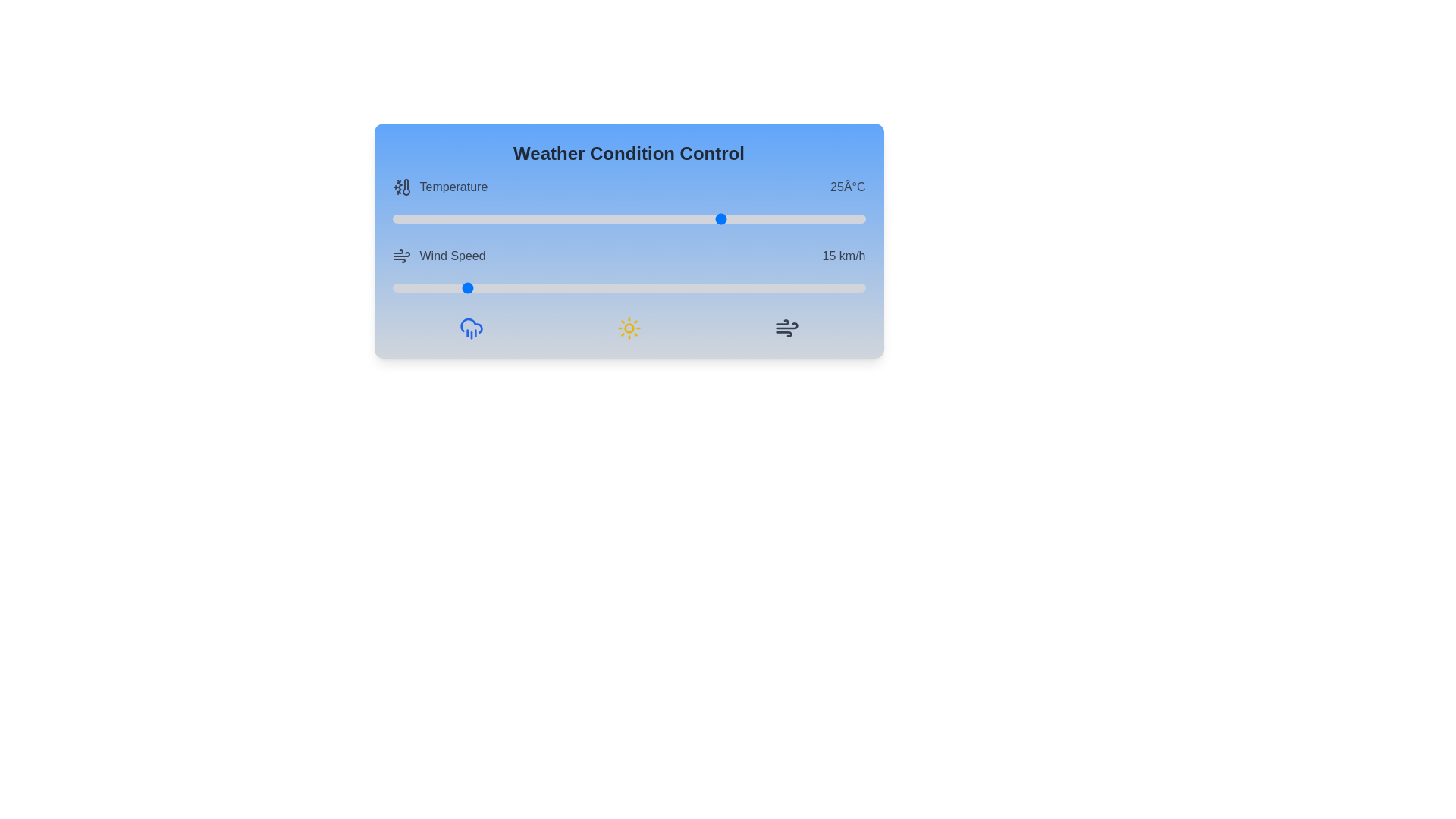 The width and height of the screenshot is (1456, 819). What do you see at coordinates (629, 327) in the screenshot?
I see `the sun icon in the Weather Condition Control component` at bounding box center [629, 327].